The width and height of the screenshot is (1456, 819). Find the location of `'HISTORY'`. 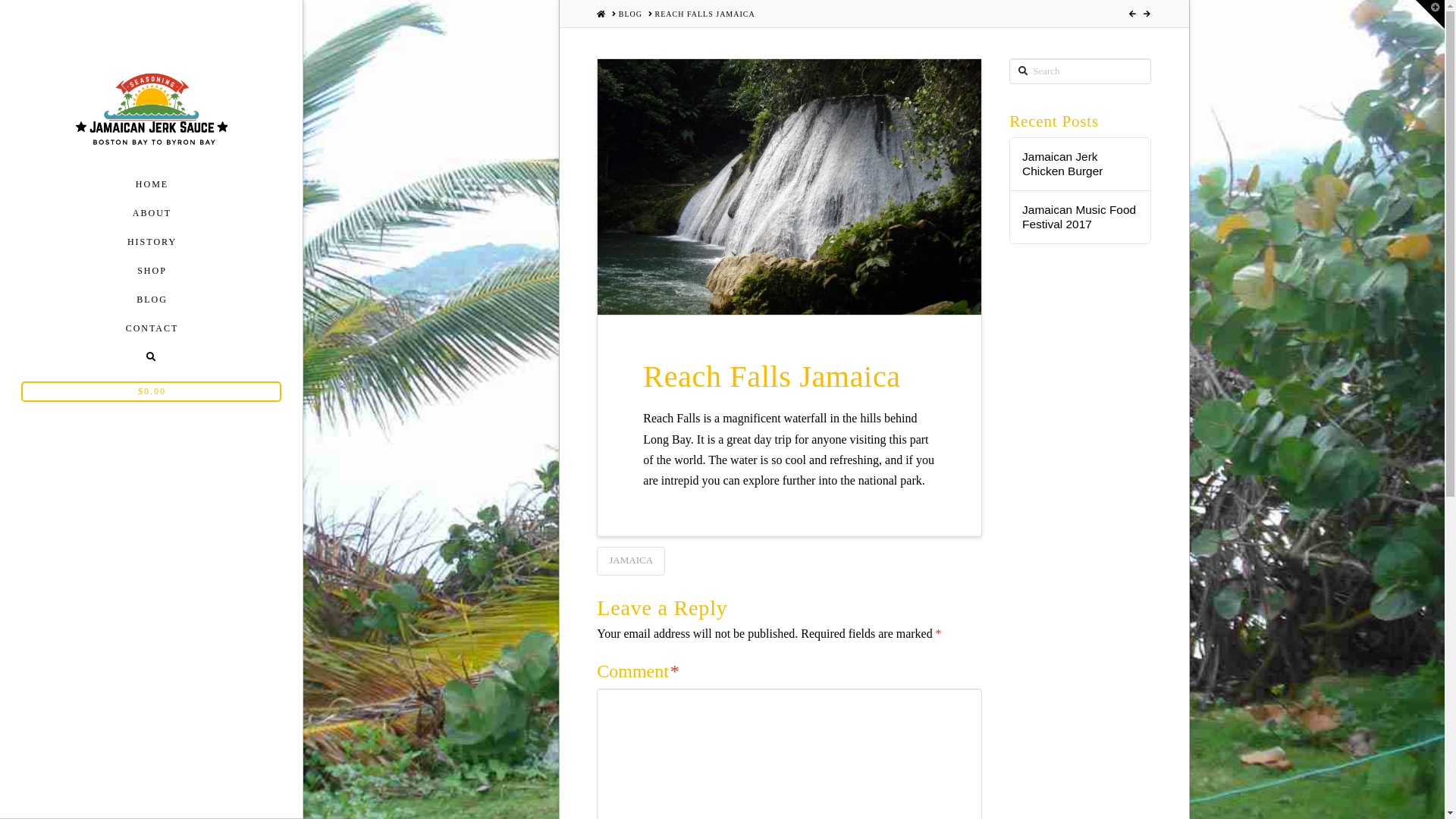

'HISTORY' is located at coordinates (151, 241).